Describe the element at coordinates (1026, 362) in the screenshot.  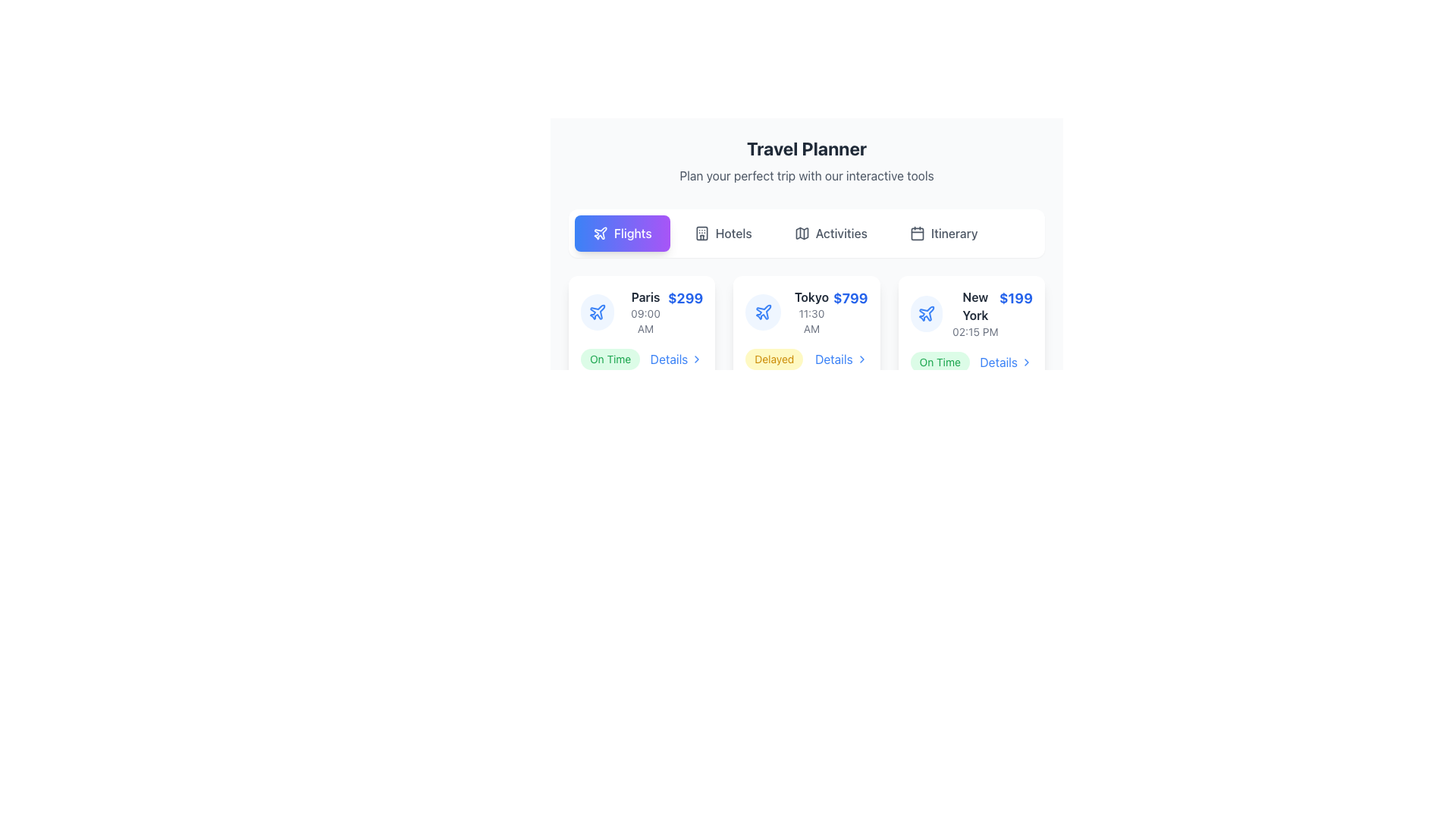
I see `the navigational icon located to the immediate right of the 'Details' text label for the 'New York' flight option` at that location.